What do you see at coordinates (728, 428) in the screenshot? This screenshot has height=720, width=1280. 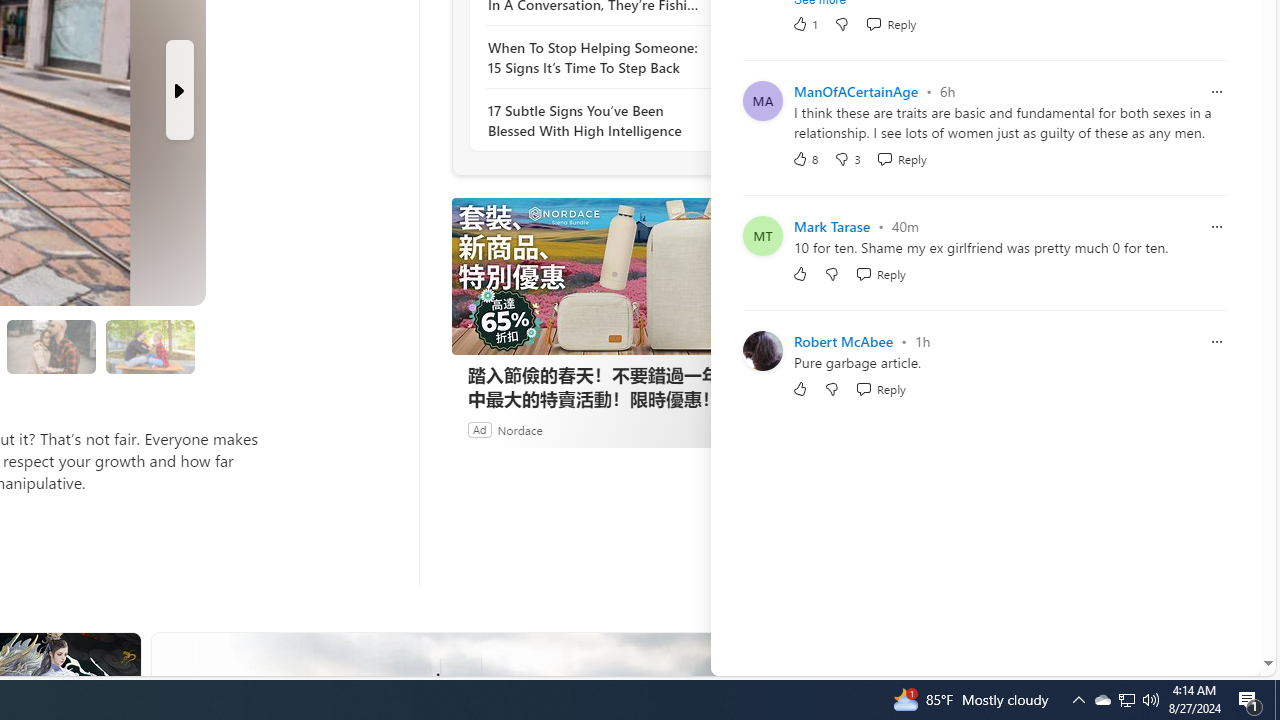 I see `'Ad Choice'` at bounding box center [728, 428].